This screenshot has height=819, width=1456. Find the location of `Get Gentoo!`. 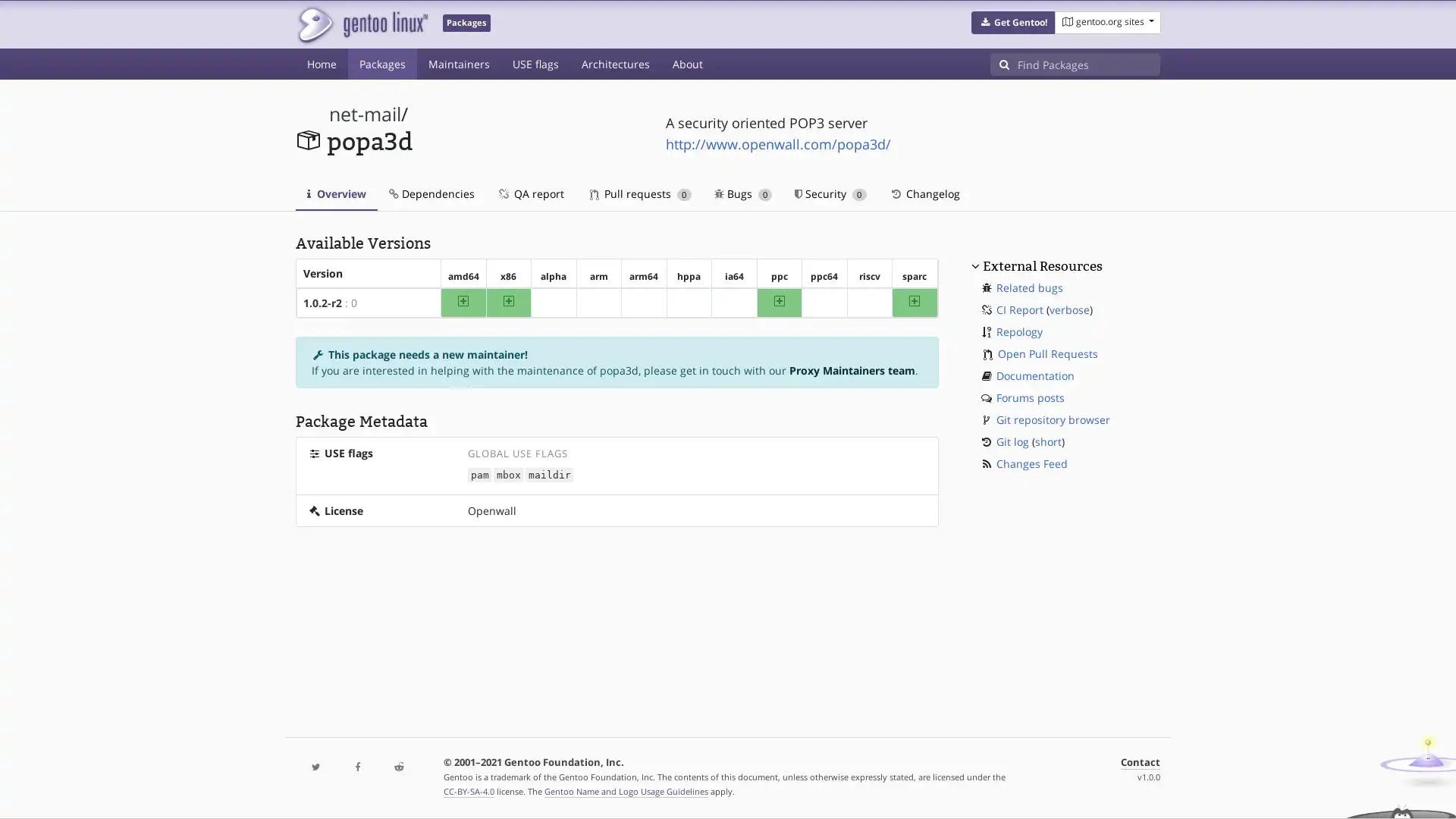

Get Gentoo! is located at coordinates (1012, 23).